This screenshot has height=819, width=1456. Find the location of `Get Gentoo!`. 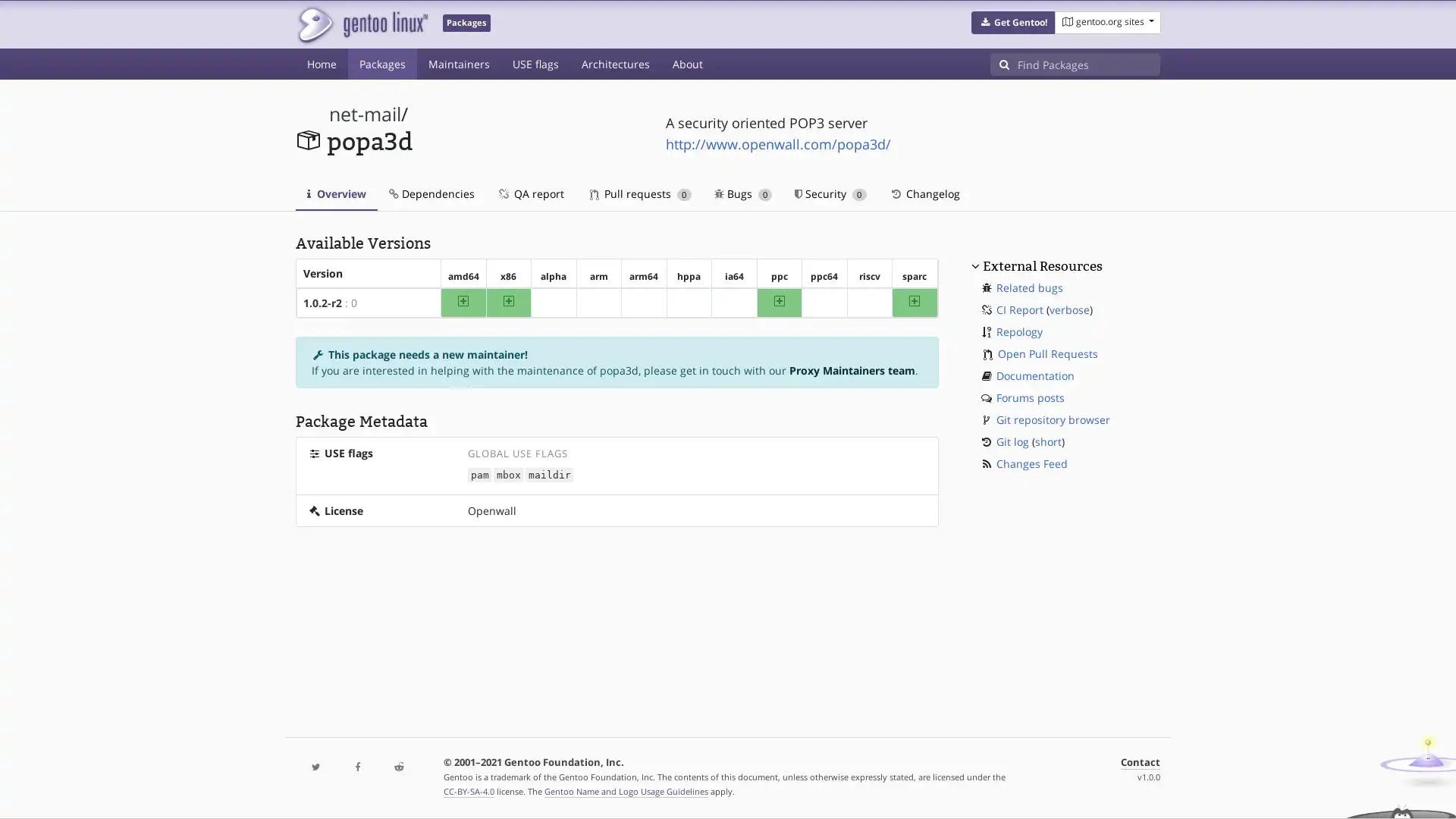

Get Gentoo! is located at coordinates (1012, 23).